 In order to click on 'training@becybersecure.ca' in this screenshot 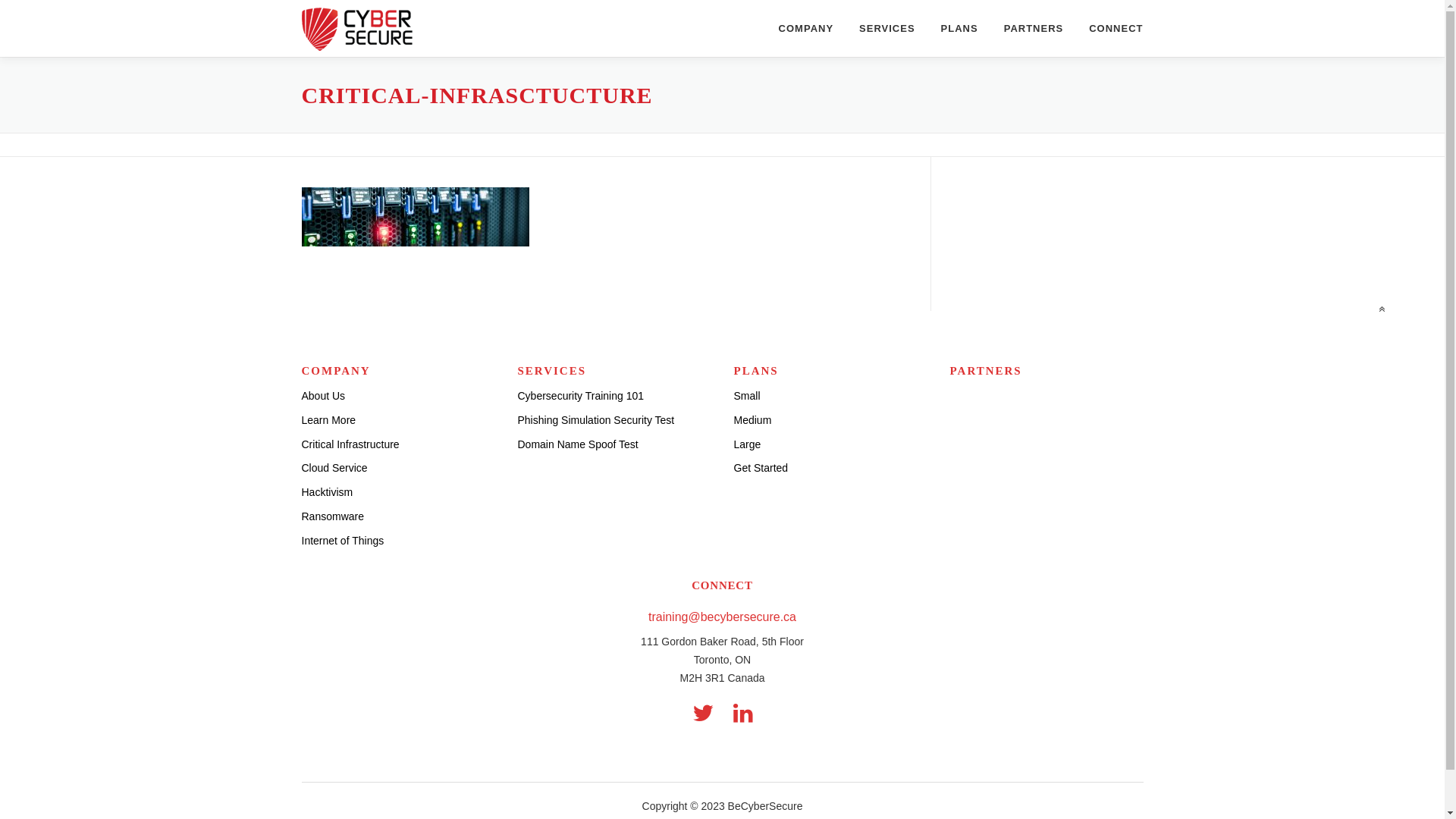, I will do `click(721, 617)`.